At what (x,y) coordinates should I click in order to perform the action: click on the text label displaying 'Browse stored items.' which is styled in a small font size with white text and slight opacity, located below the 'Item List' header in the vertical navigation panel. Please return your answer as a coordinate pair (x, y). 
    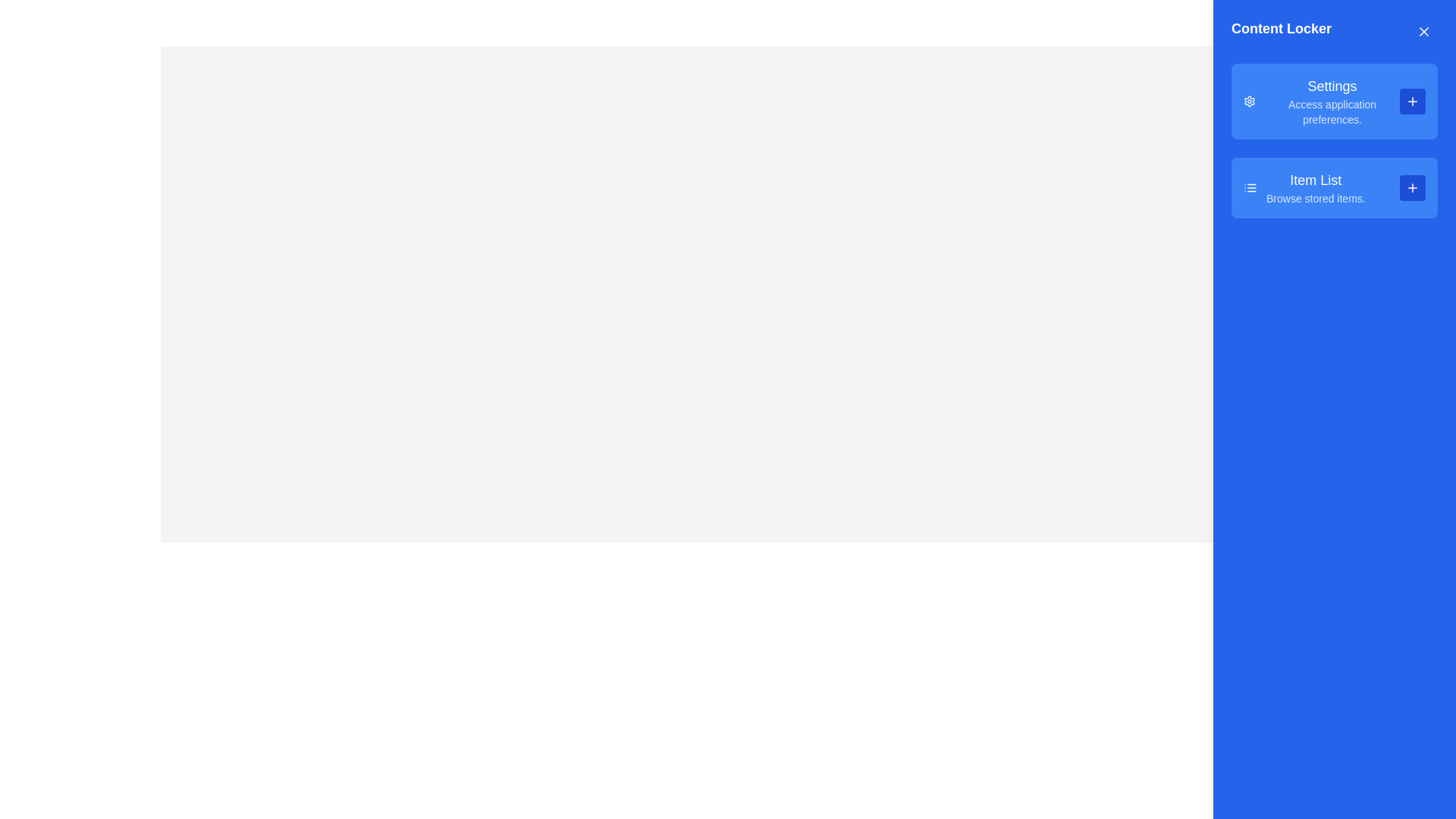
    Looking at the image, I should click on (1315, 198).